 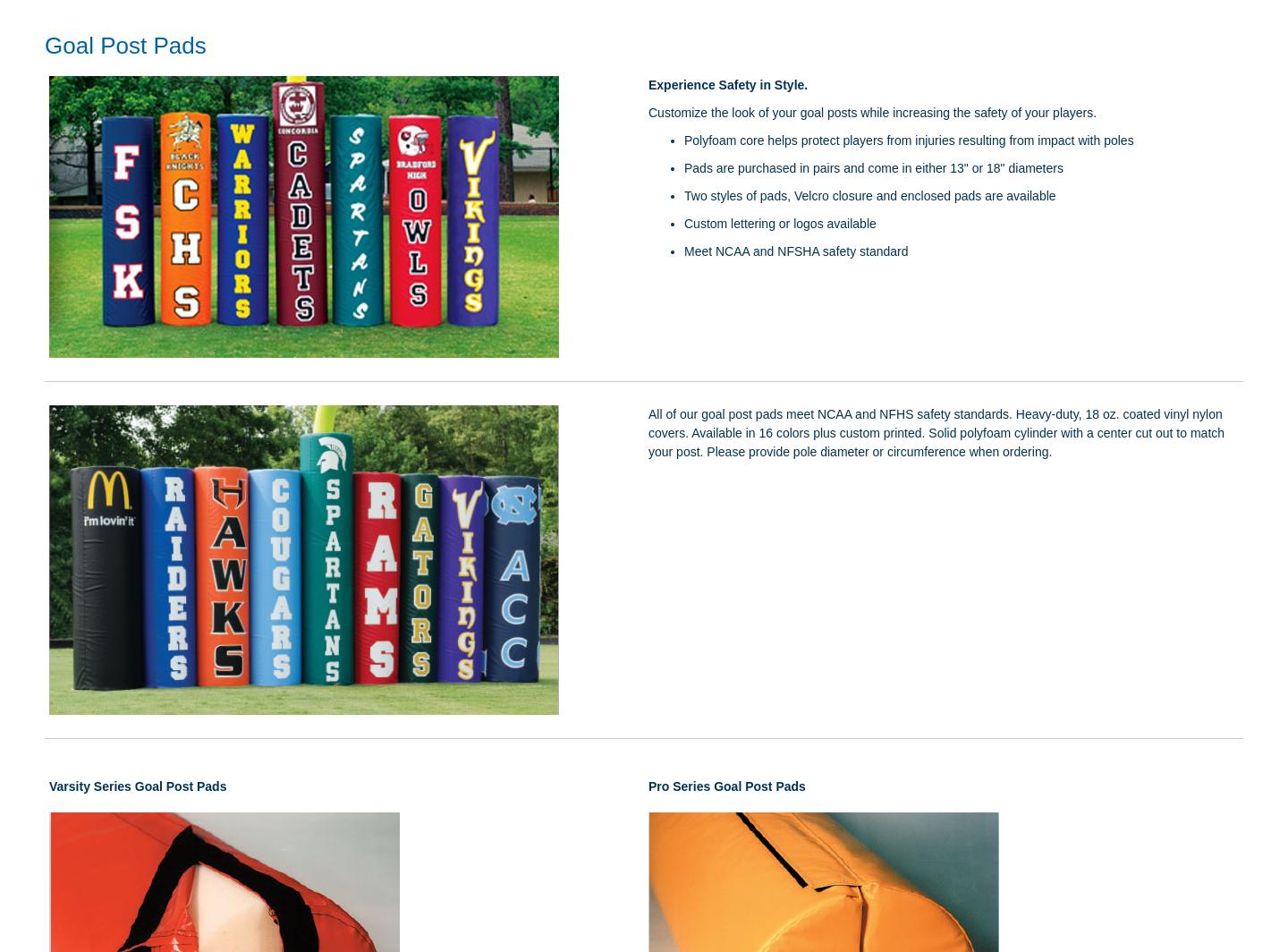 What do you see at coordinates (648, 786) in the screenshot?
I see `'Pro Series Goal Post Pads'` at bounding box center [648, 786].